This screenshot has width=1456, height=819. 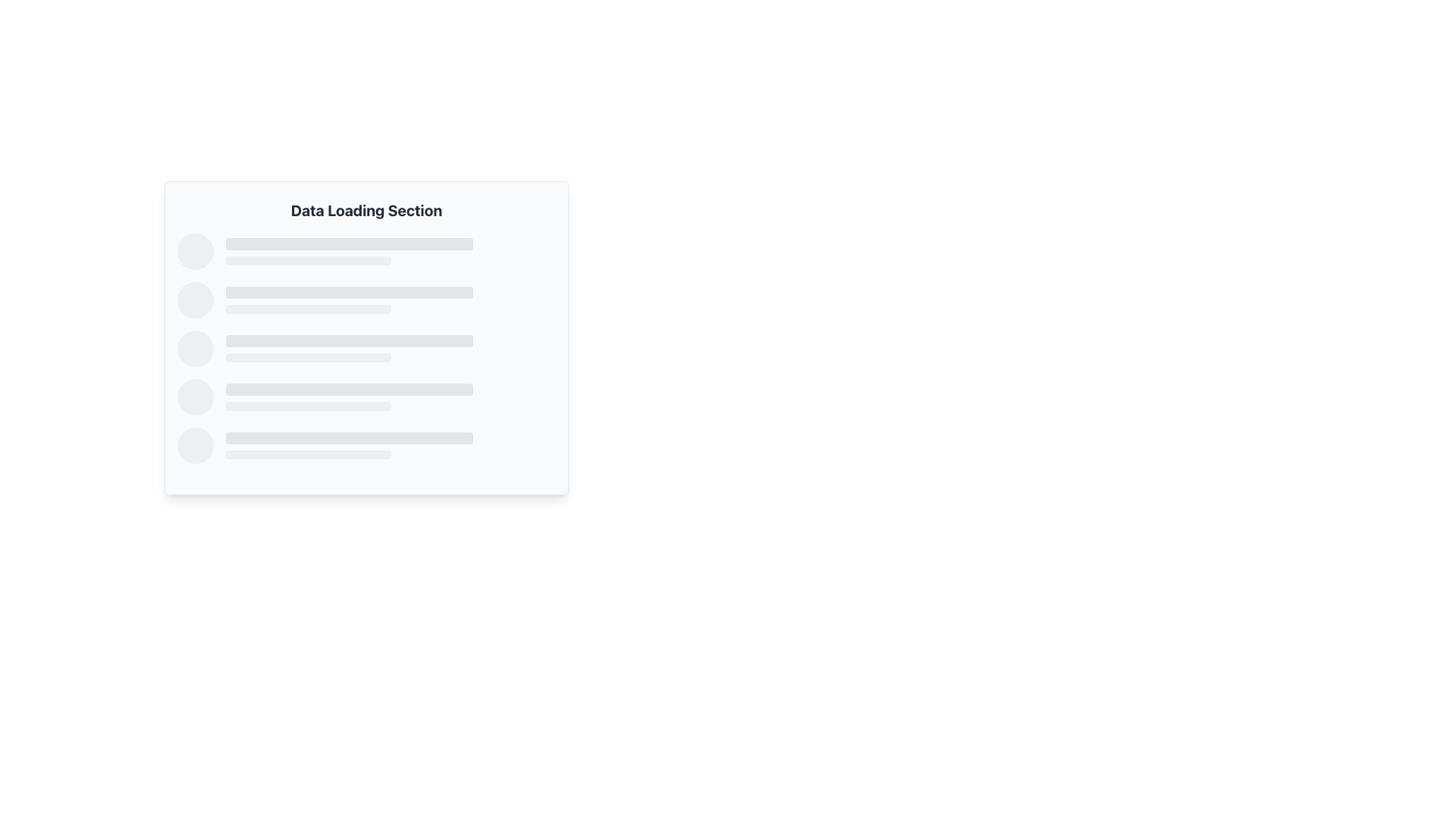 What do you see at coordinates (195, 444) in the screenshot?
I see `the circular indicator or placeholder with a light gray background, which is the first item in a horizontally aligned group of elements` at bounding box center [195, 444].